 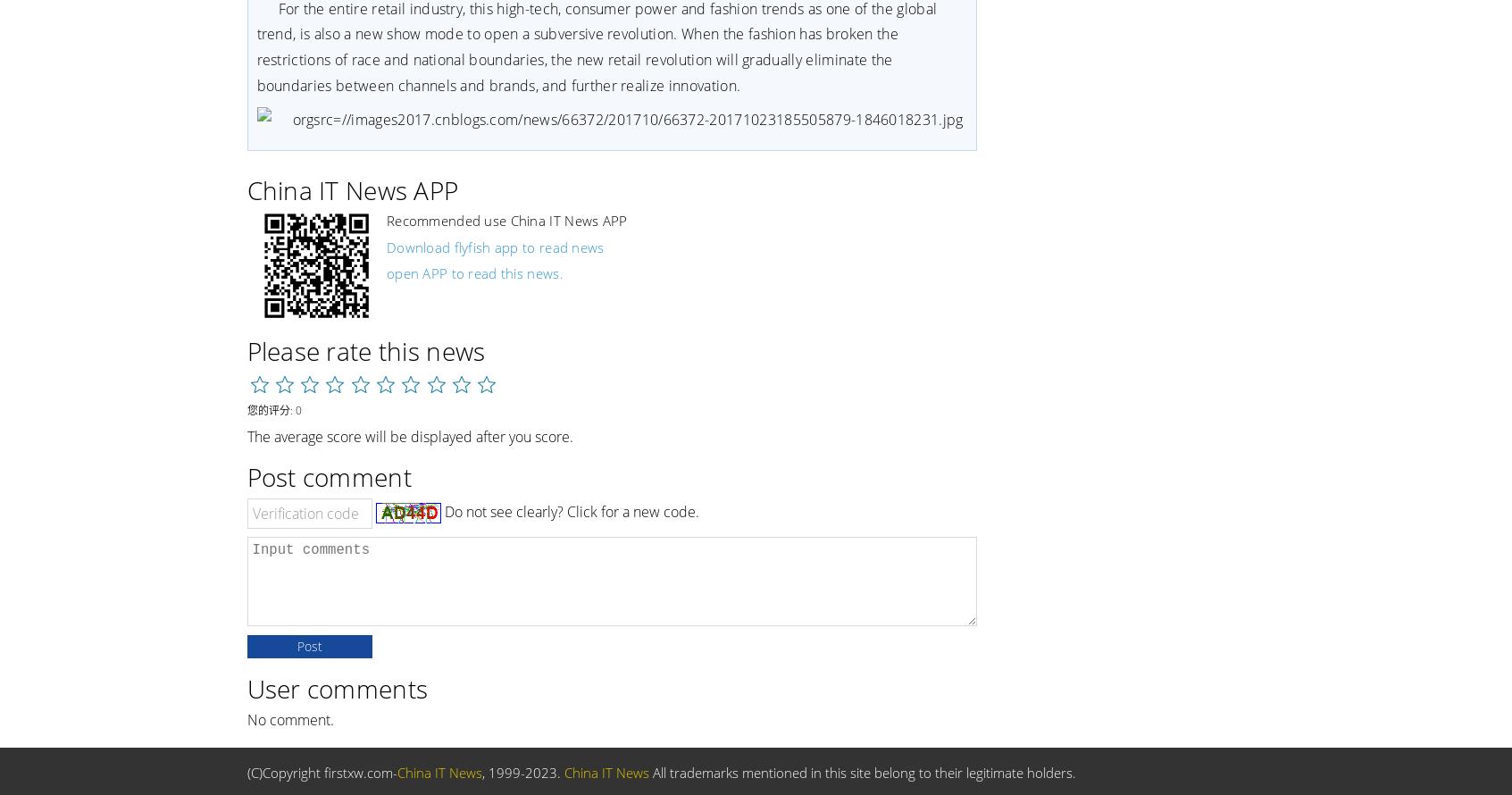 What do you see at coordinates (472, 272) in the screenshot?
I see `'open APP to read this news.'` at bounding box center [472, 272].